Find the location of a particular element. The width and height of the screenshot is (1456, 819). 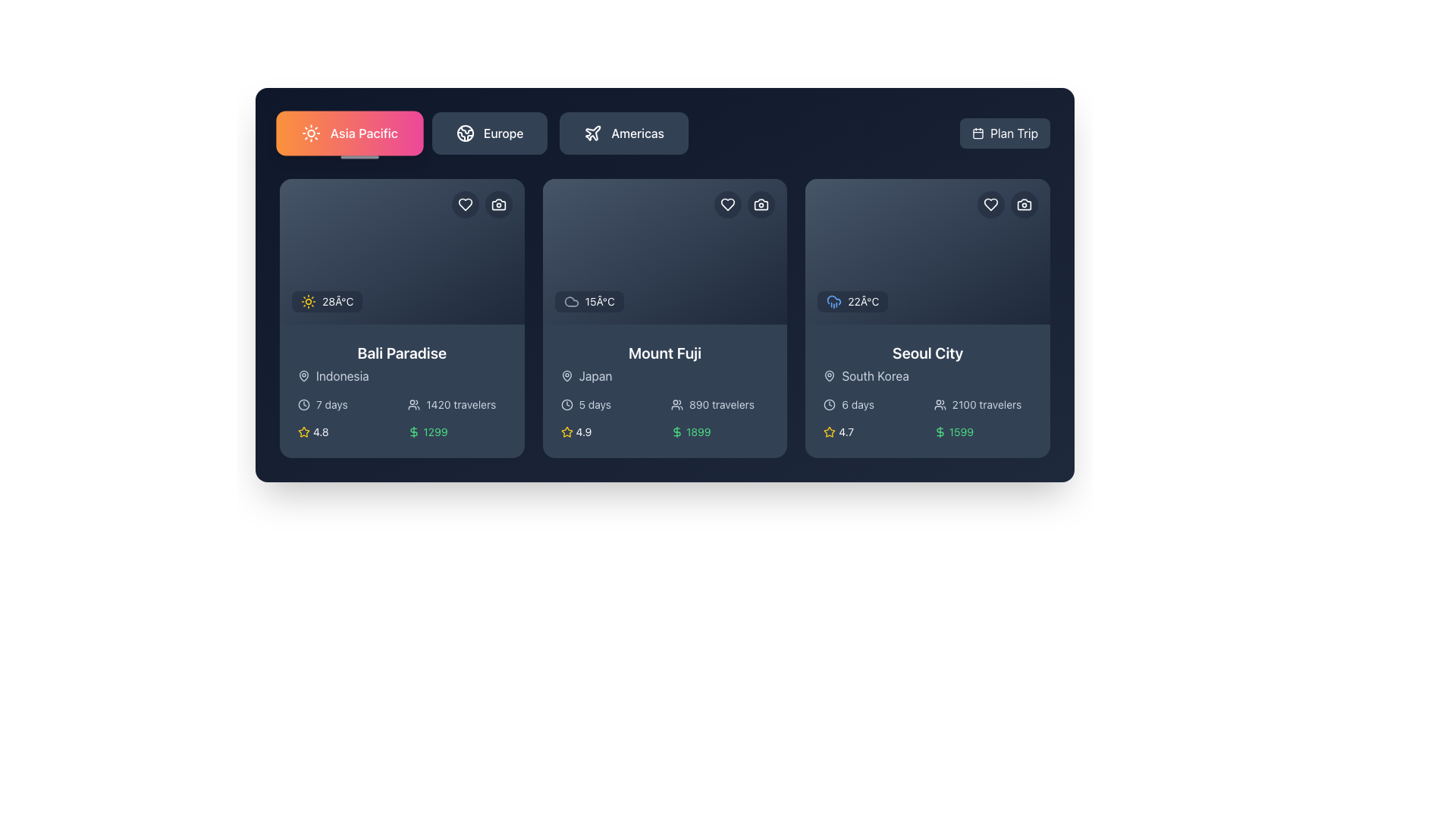

the icon resembling the outline of two user figures, which is positioned to the left of the '890 travelers' text in the 'Mount Fuji' card element is located at coordinates (676, 403).